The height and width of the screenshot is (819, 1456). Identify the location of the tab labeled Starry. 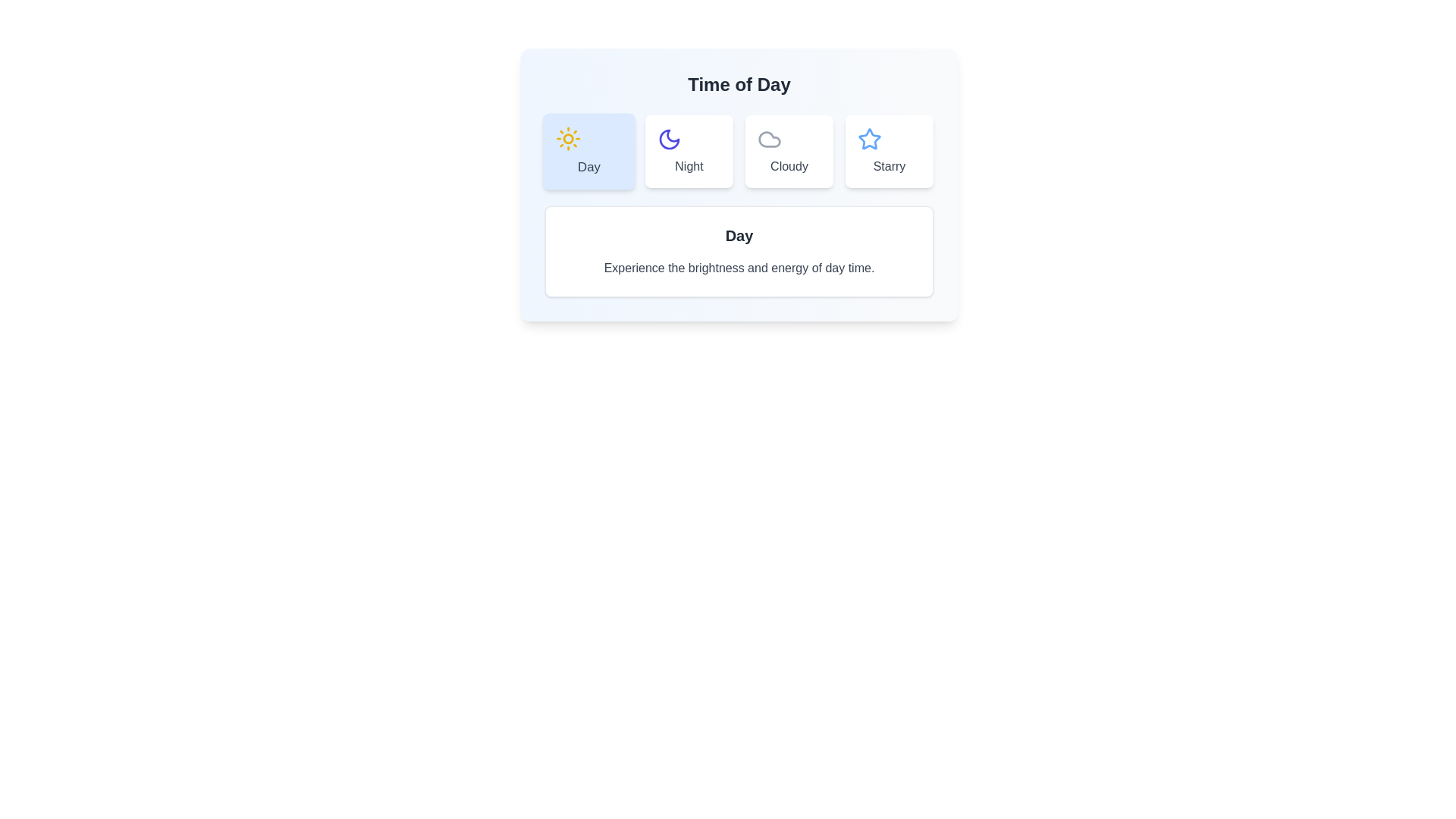
(889, 152).